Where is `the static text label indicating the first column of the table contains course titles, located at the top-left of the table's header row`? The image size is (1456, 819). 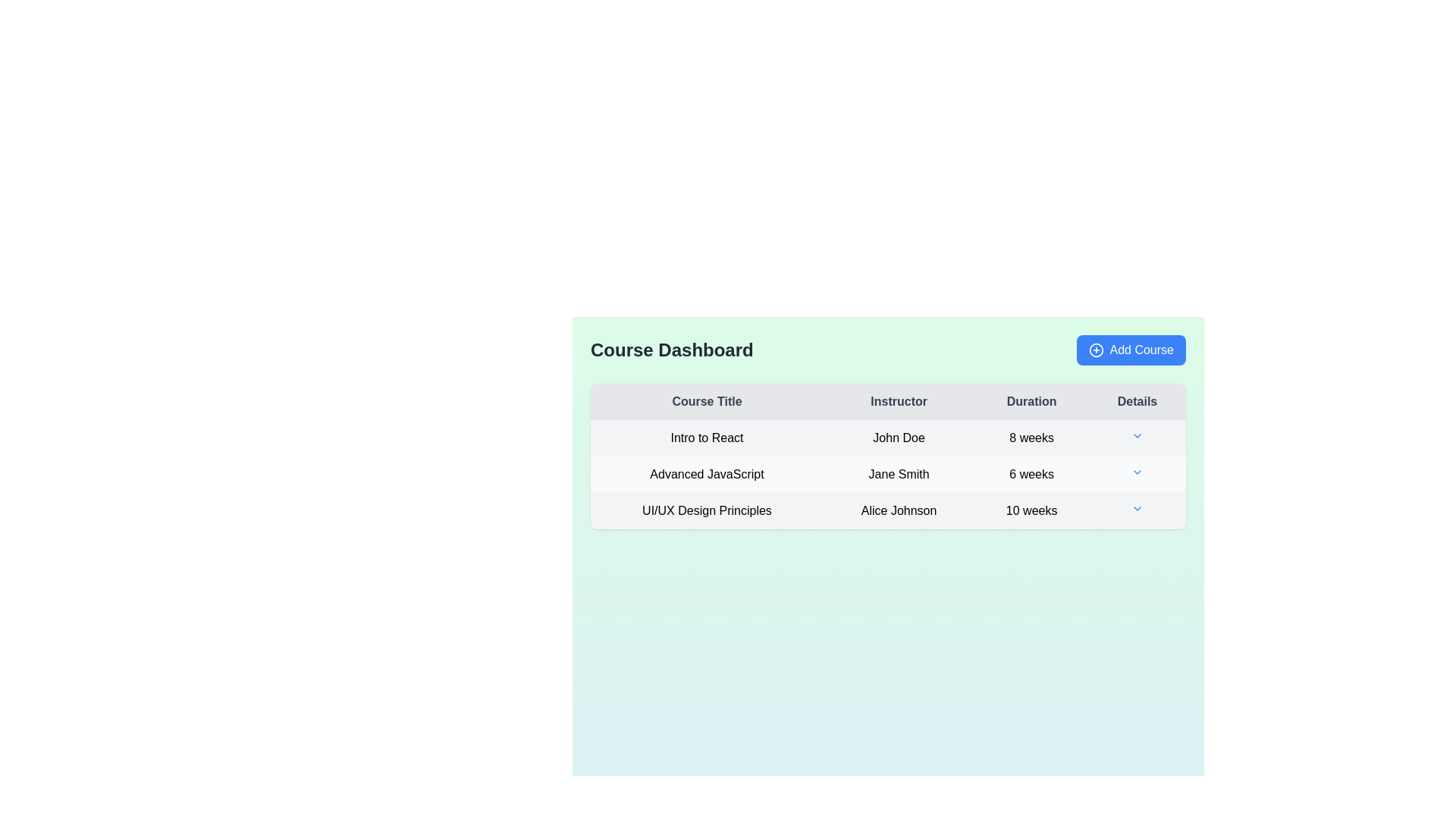 the static text label indicating the first column of the table contains course titles, located at the top-left of the table's header row is located at coordinates (706, 400).